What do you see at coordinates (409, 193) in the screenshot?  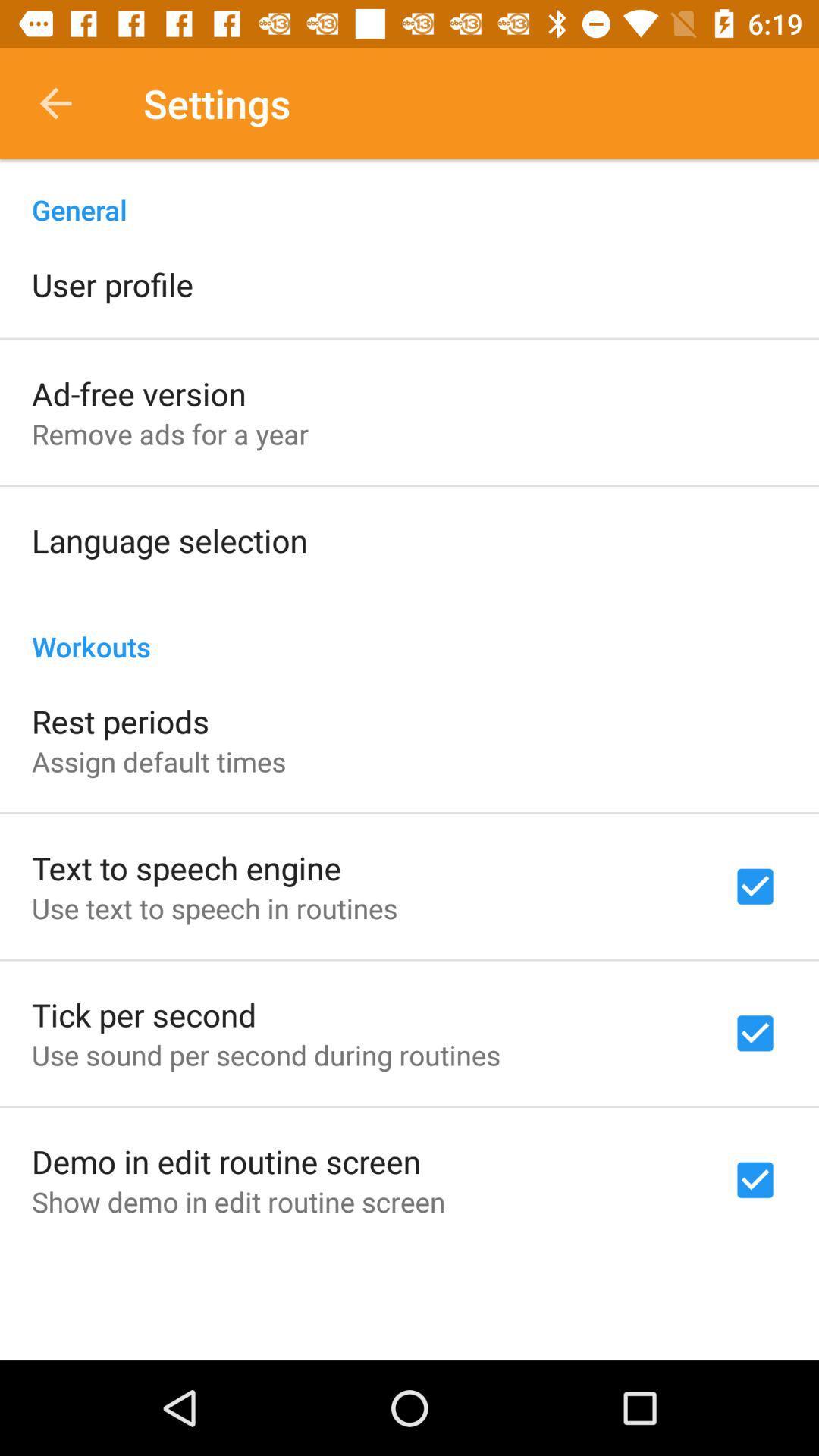 I see `the general item` at bounding box center [409, 193].